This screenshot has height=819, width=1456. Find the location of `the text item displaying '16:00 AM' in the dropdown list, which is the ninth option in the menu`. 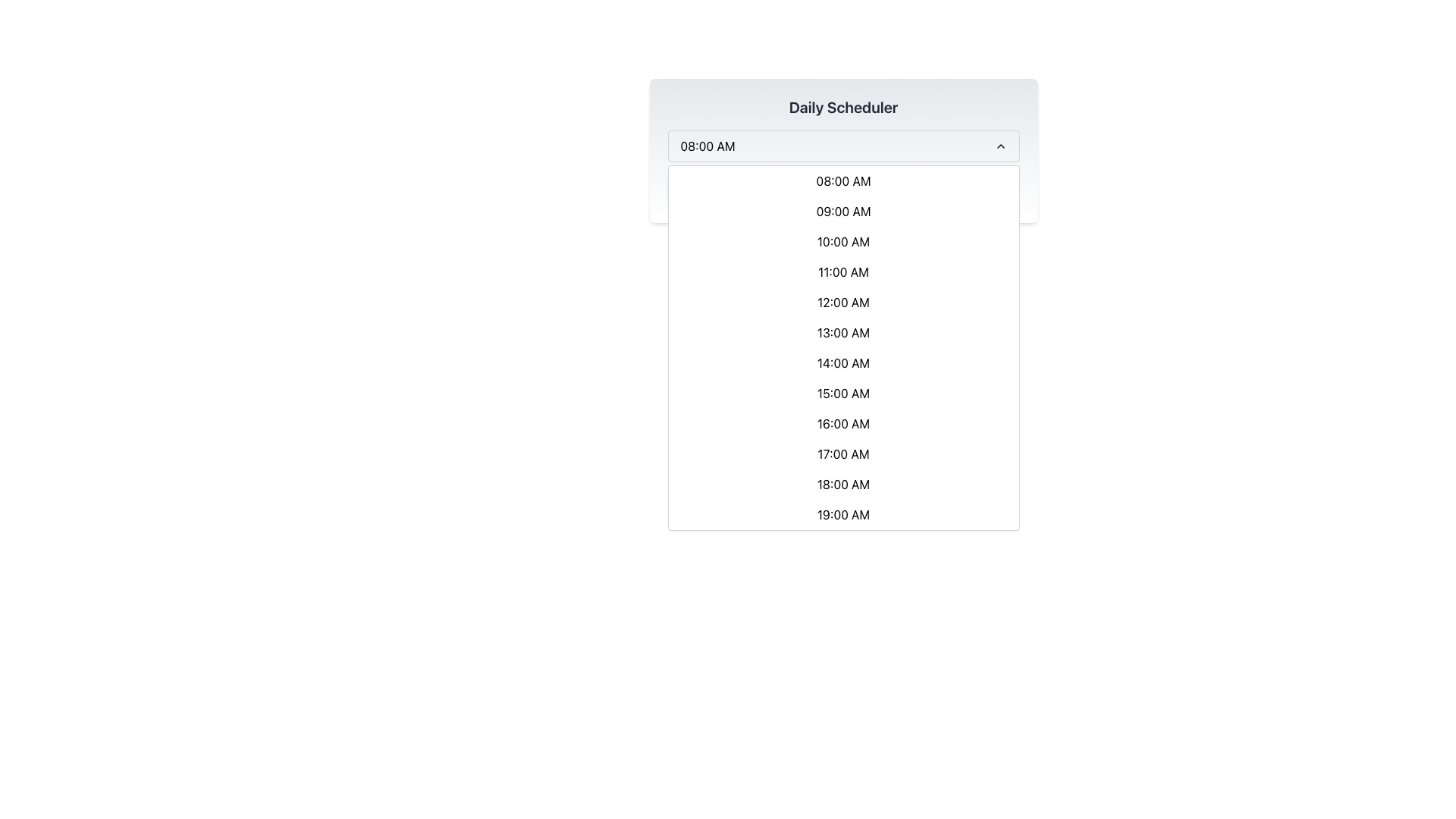

the text item displaying '16:00 AM' in the dropdown list, which is the ninth option in the menu is located at coordinates (843, 424).